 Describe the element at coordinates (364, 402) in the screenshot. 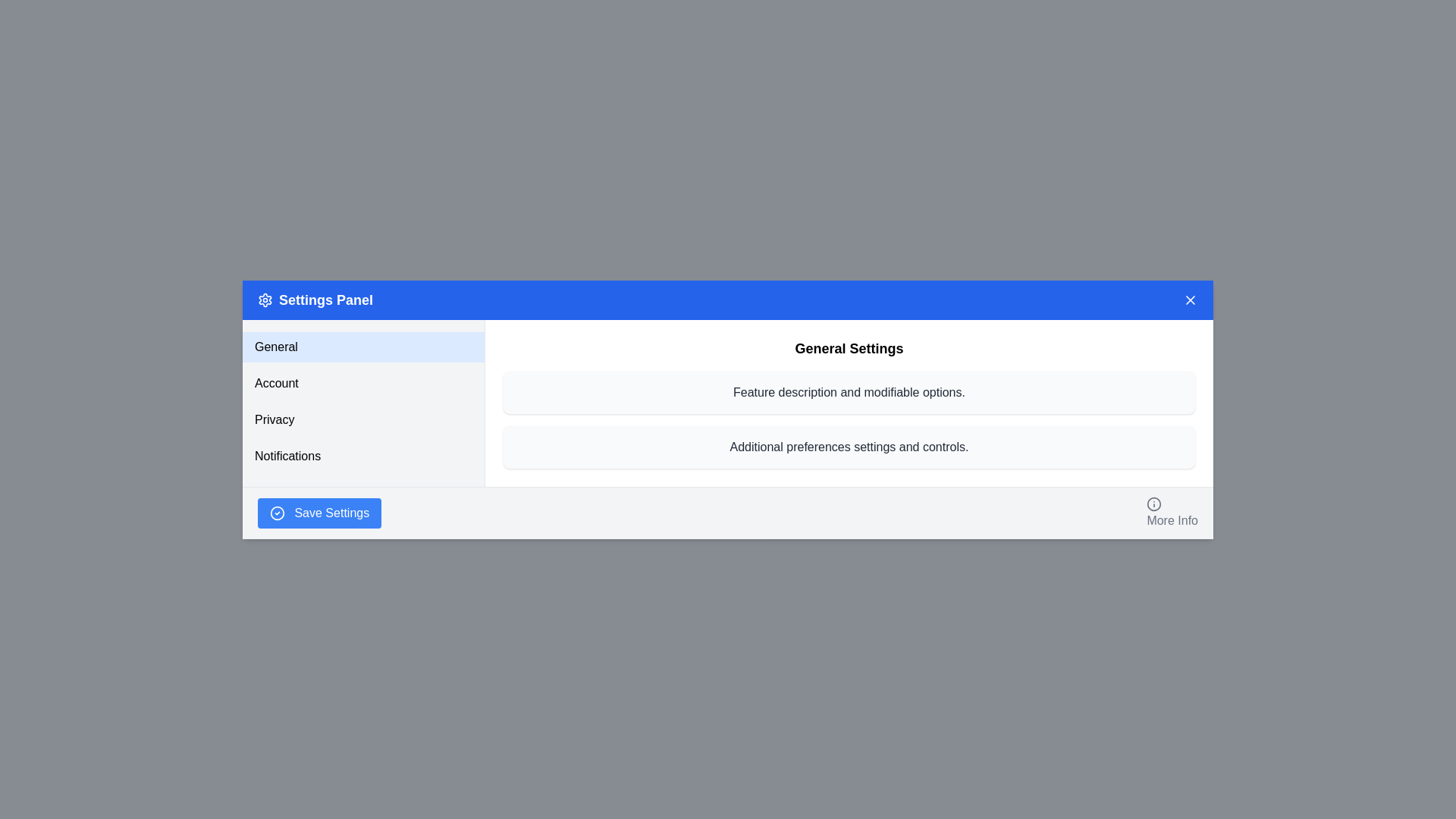

I see `the 'Account' button, which is the second item in the settings menu` at that location.